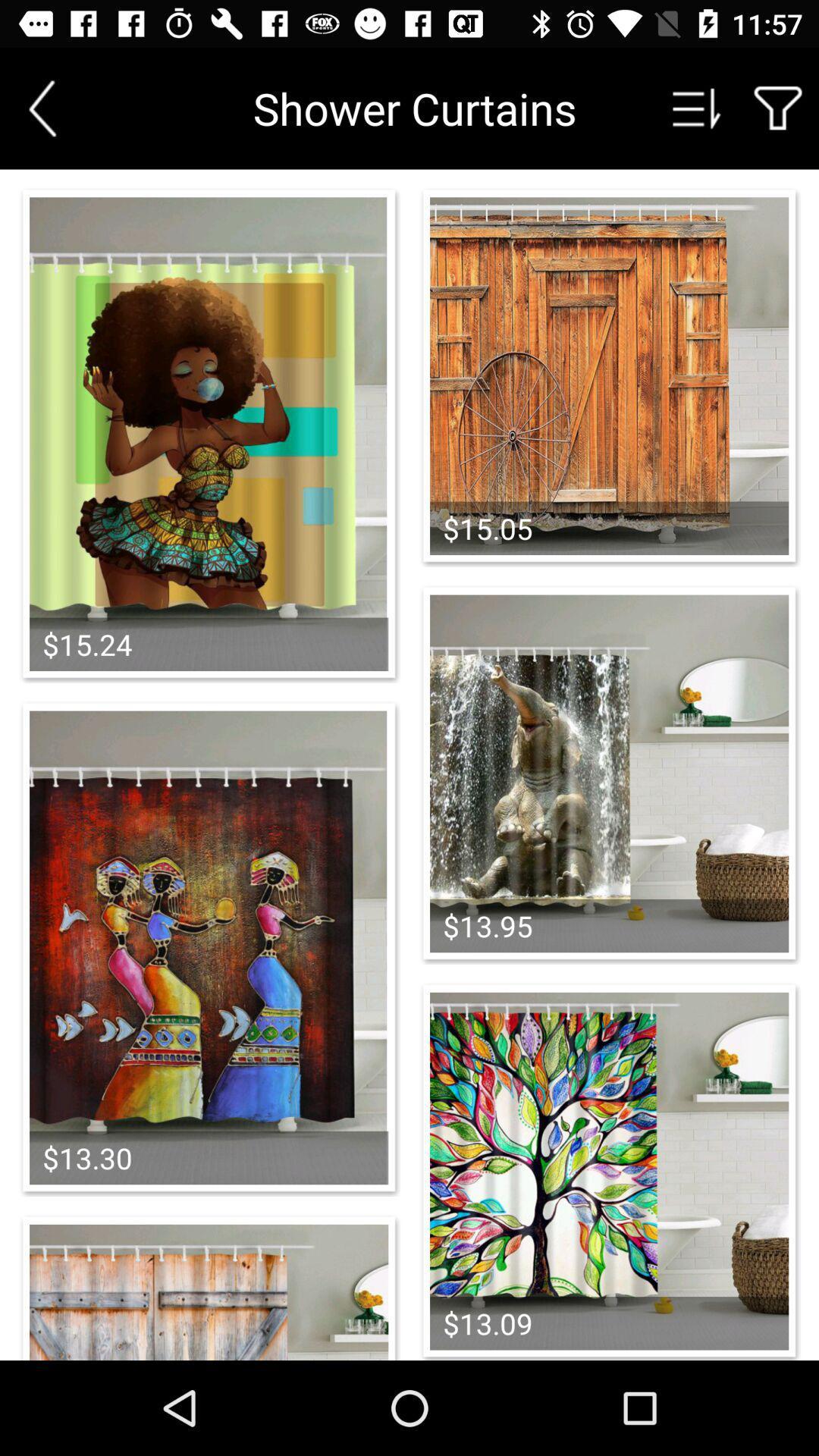 The height and width of the screenshot is (1456, 819). I want to click on sort options, so click(697, 108).